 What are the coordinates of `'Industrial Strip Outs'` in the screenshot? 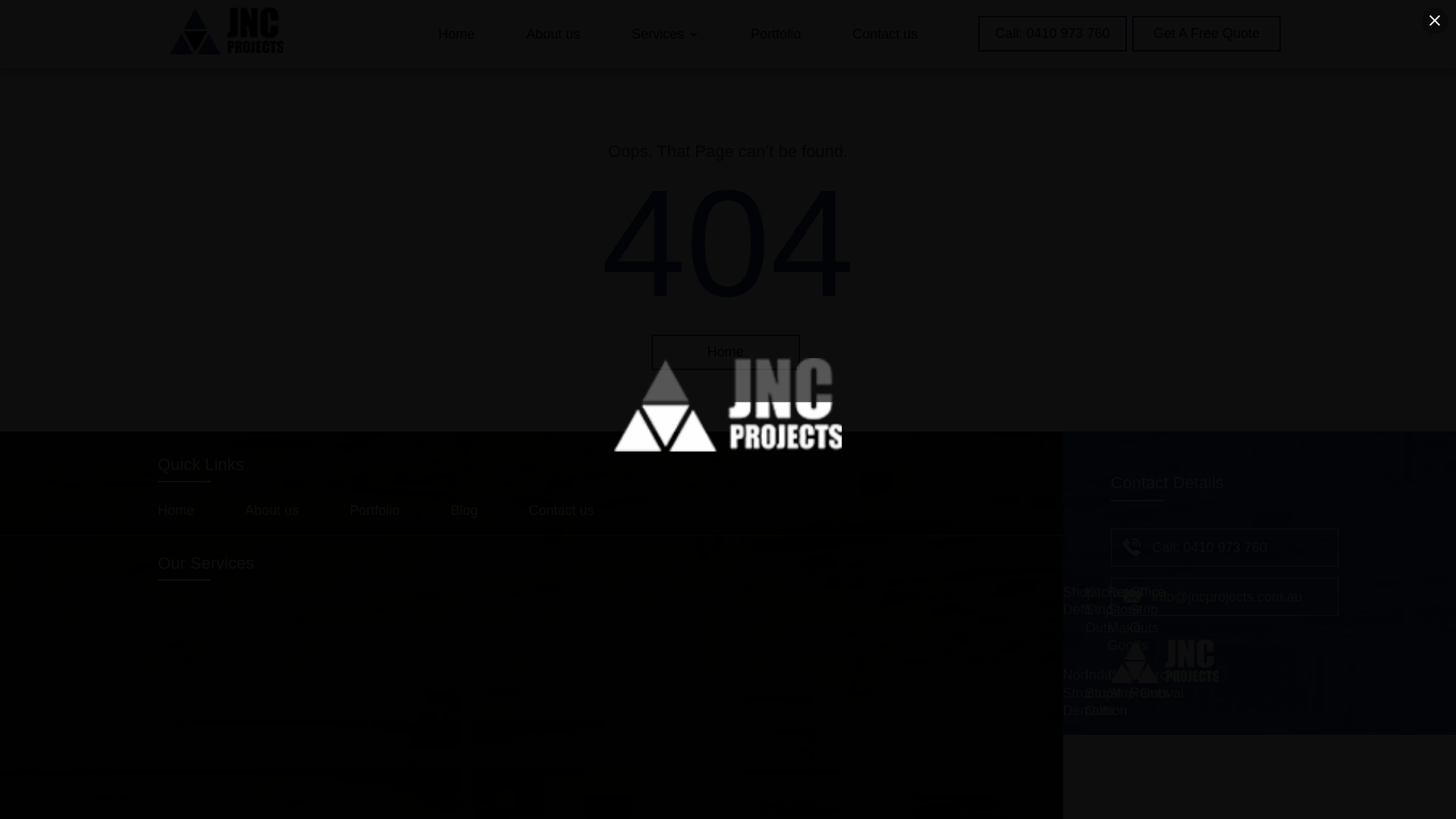 It's located at (1112, 696).